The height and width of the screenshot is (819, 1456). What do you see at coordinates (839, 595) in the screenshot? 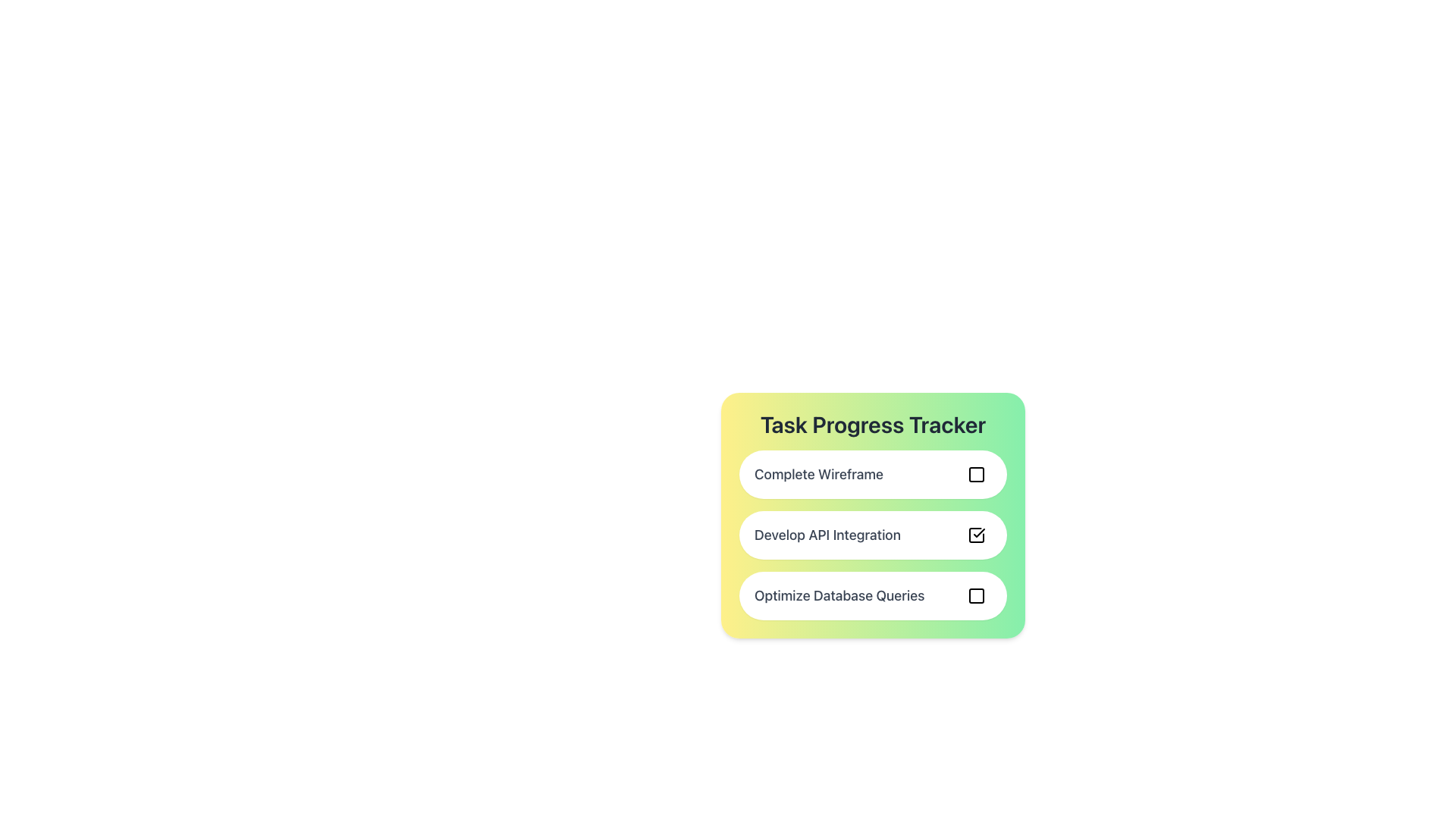
I see `the text label displaying 'Optimize Database Queries' which is located within the third task item of the 'Task Progress Tracker' panel` at bounding box center [839, 595].